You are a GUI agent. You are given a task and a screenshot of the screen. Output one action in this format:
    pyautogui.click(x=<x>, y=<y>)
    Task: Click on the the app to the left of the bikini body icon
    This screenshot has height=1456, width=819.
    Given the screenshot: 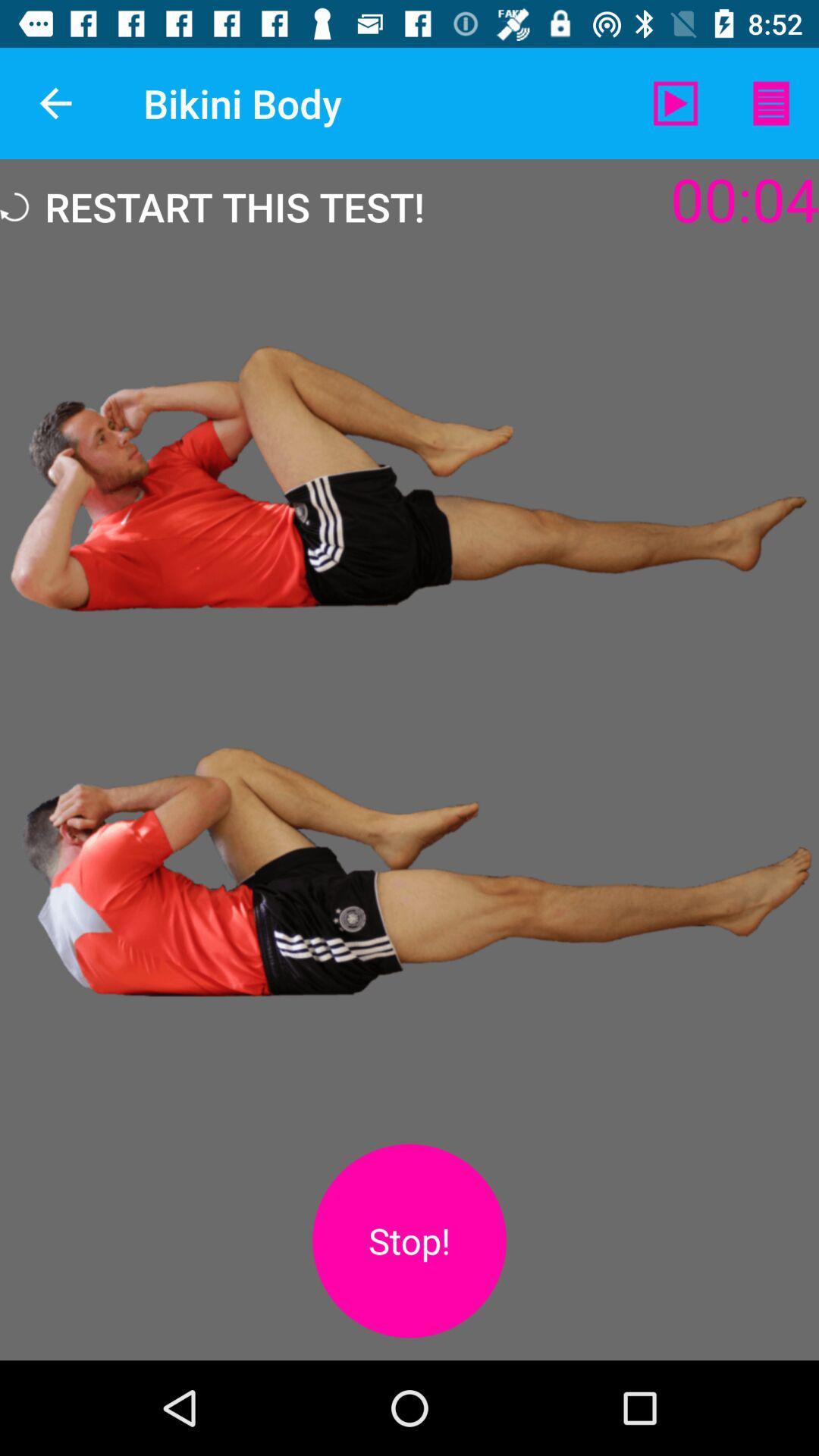 What is the action you would take?
    pyautogui.click(x=55, y=102)
    